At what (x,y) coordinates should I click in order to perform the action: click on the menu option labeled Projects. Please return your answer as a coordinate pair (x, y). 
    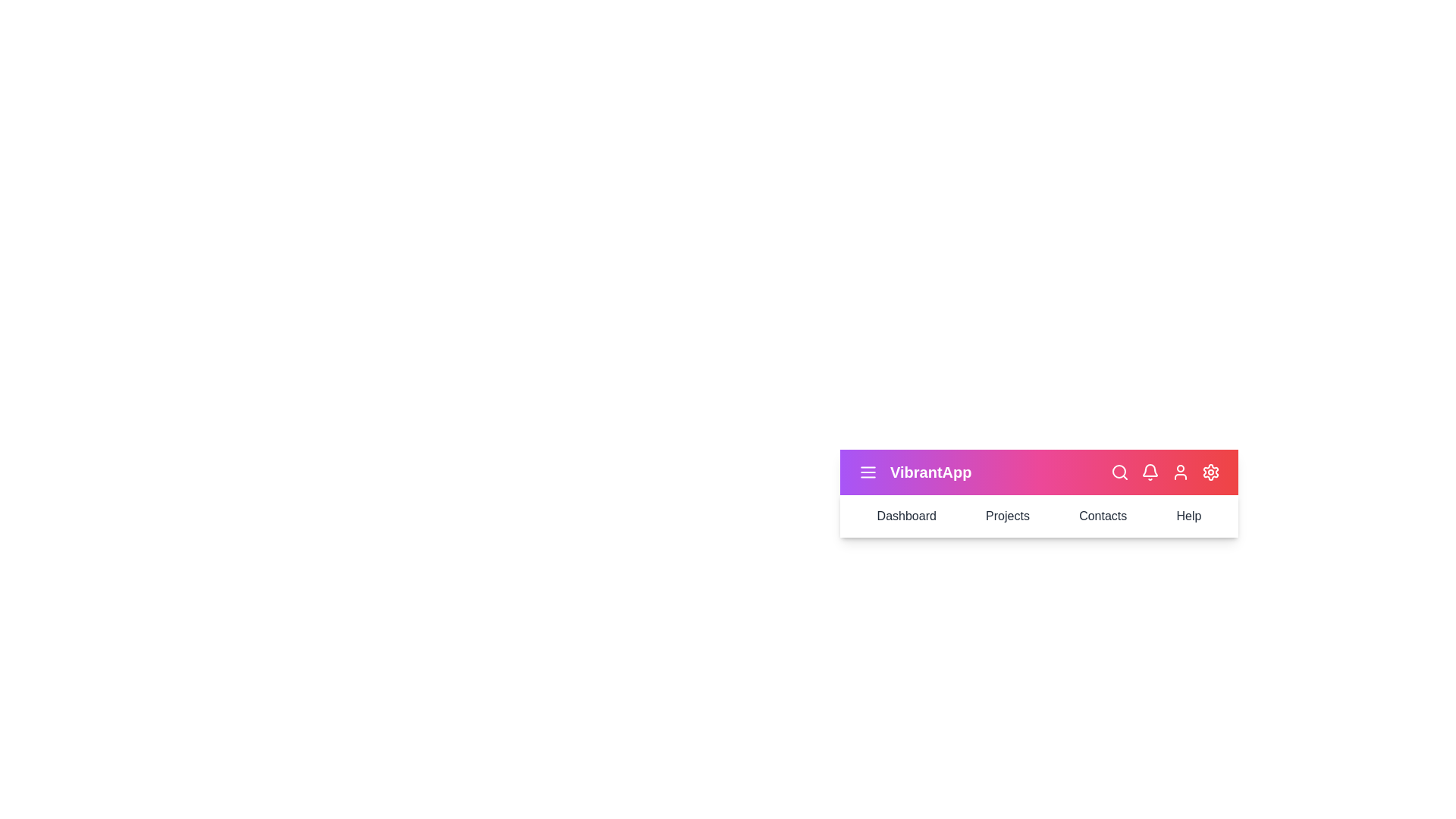
    Looking at the image, I should click on (1008, 516).